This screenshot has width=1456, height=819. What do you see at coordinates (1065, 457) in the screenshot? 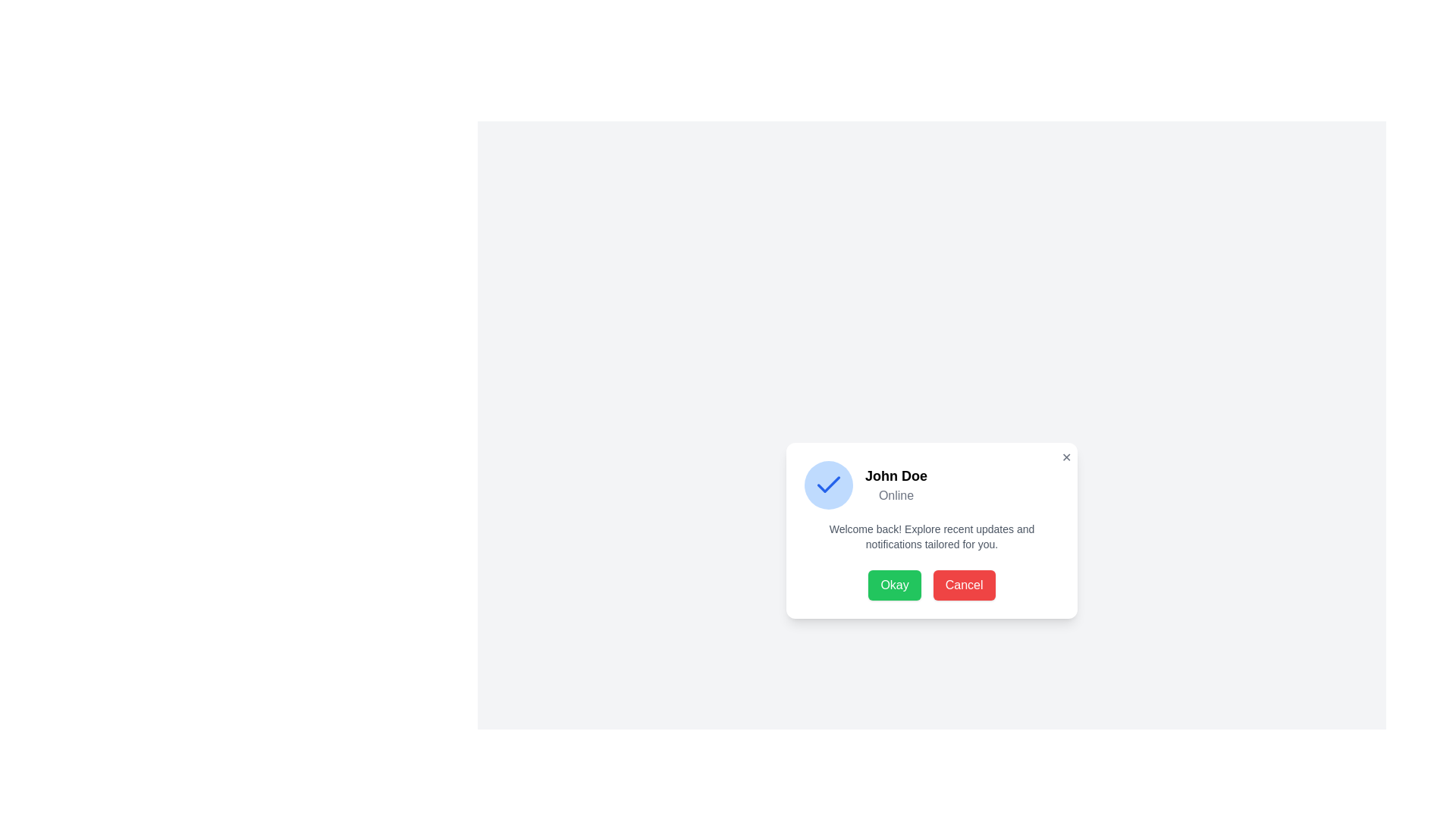
I see `the close button icon, which resembles an 'X' and is located in the top-right corner of the white dialog box, to observe its style changes` at bounding box center [1065, 457].